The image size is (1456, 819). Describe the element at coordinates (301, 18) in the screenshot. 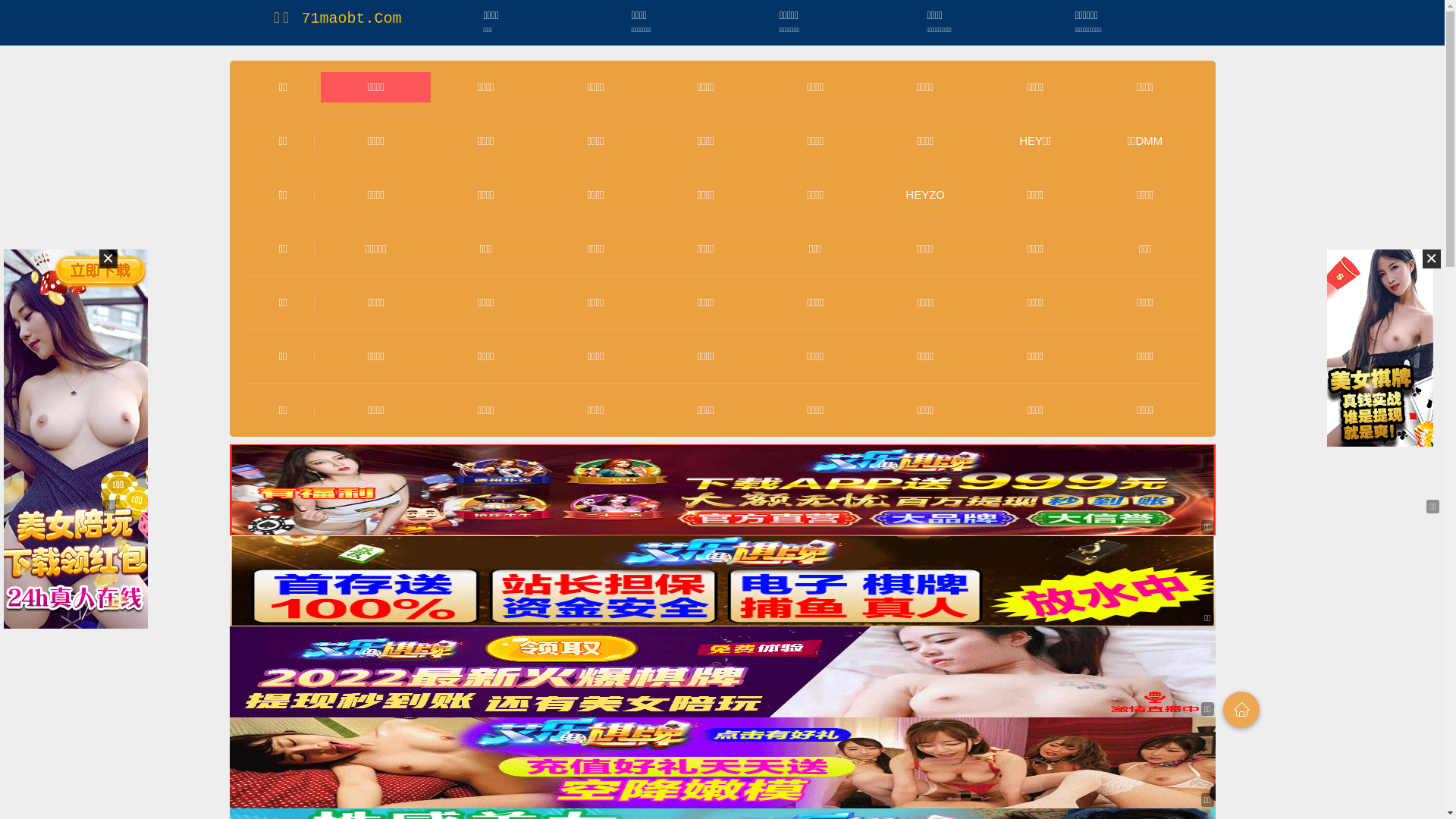

I see `'71maobt.Com'` at that location.